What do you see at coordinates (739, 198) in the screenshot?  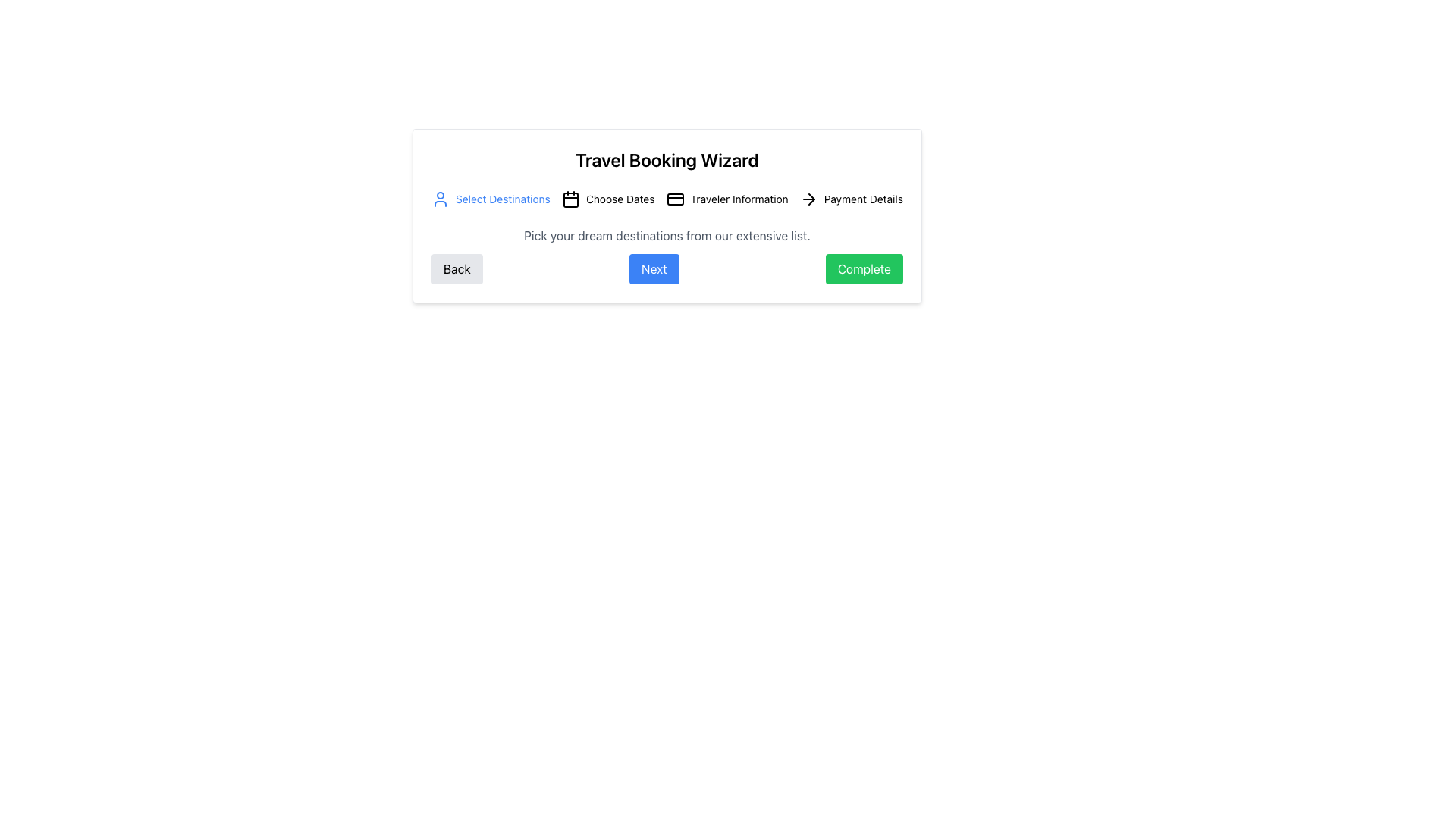 I see `the text label 'Traveler Information' located in the navigation bar, which is the third element following the credit card icon and 'Choose Dates'` at bounding box center [739, 198].